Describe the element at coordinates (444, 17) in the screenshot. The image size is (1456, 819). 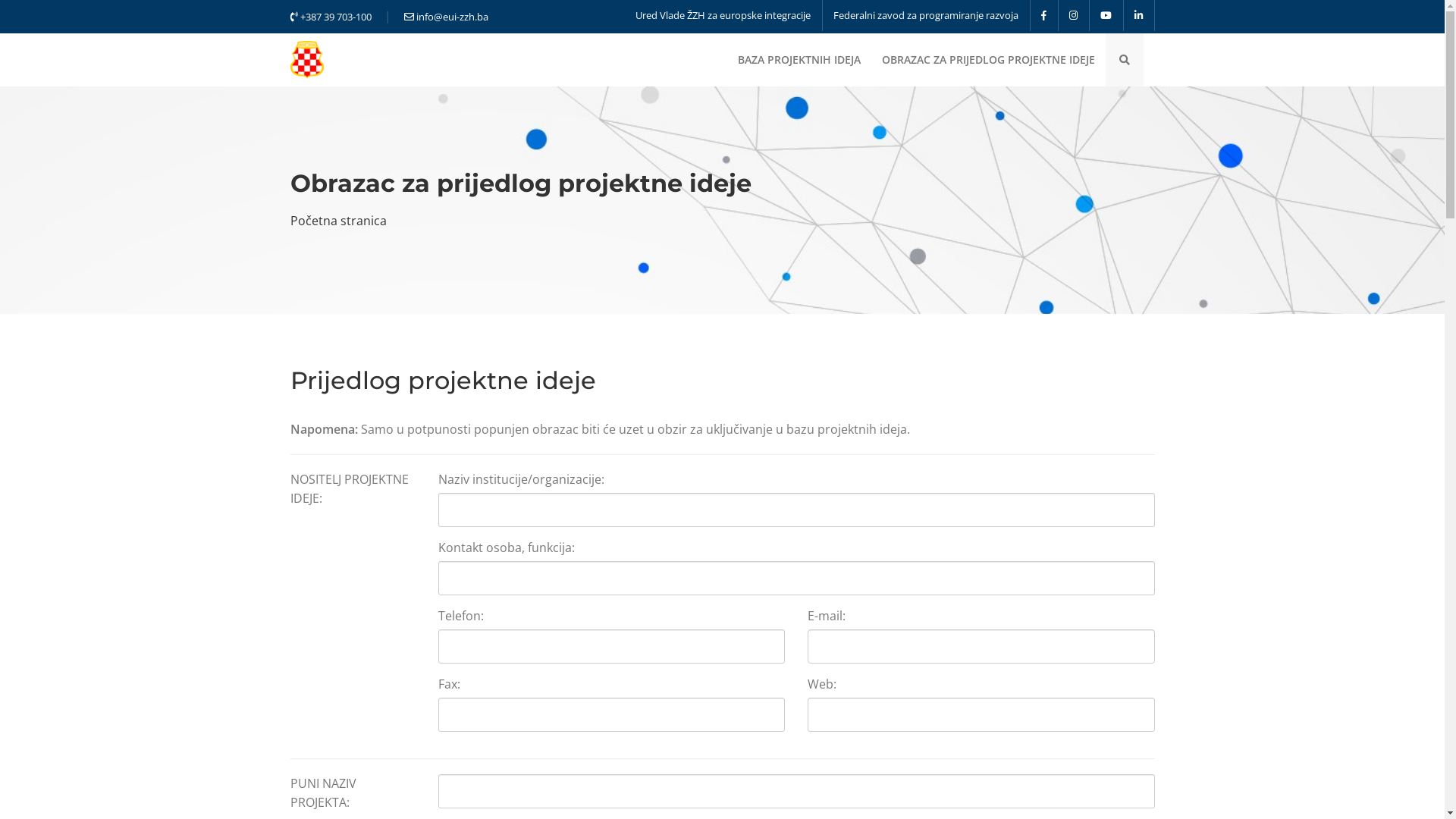
I see `'info@eui-zzh.ba'` at that location.